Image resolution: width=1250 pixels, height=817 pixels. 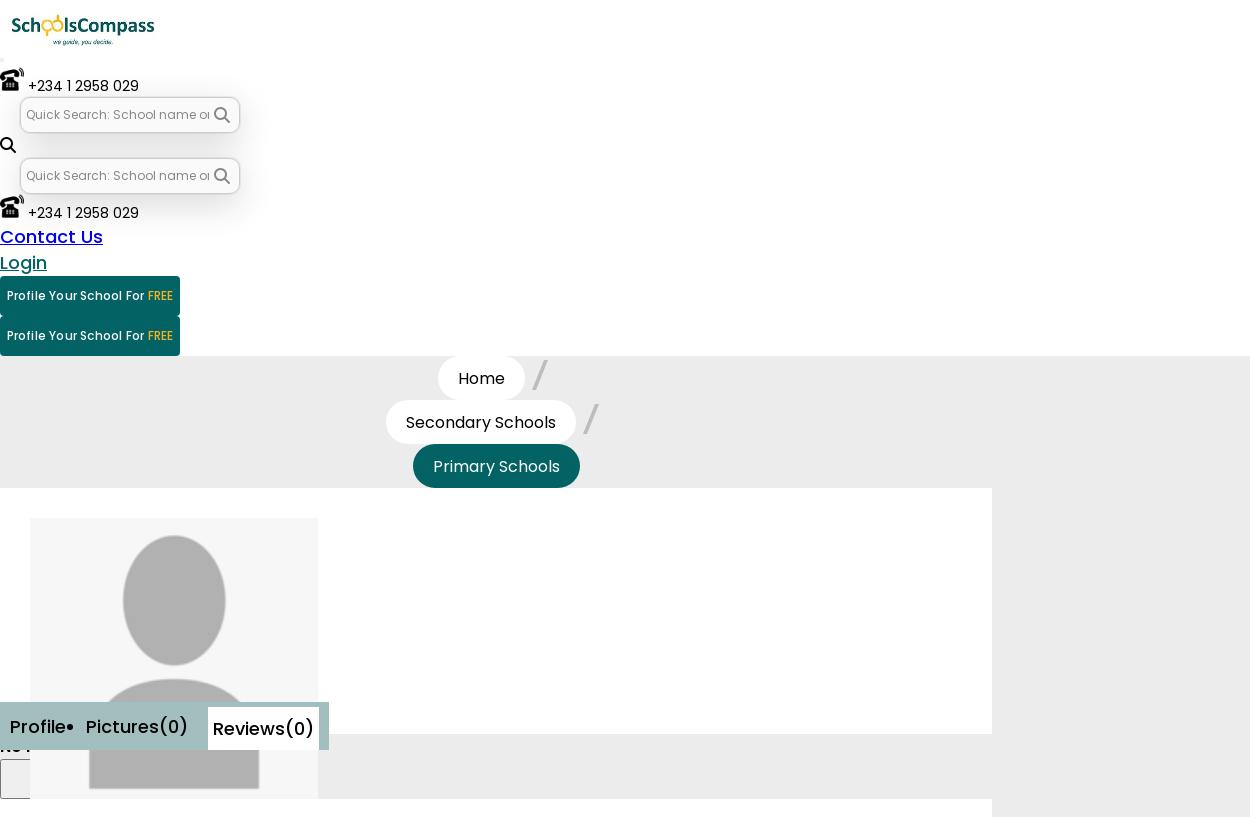 I want to click on 'Primary Schools', so click(x=494, y=465).